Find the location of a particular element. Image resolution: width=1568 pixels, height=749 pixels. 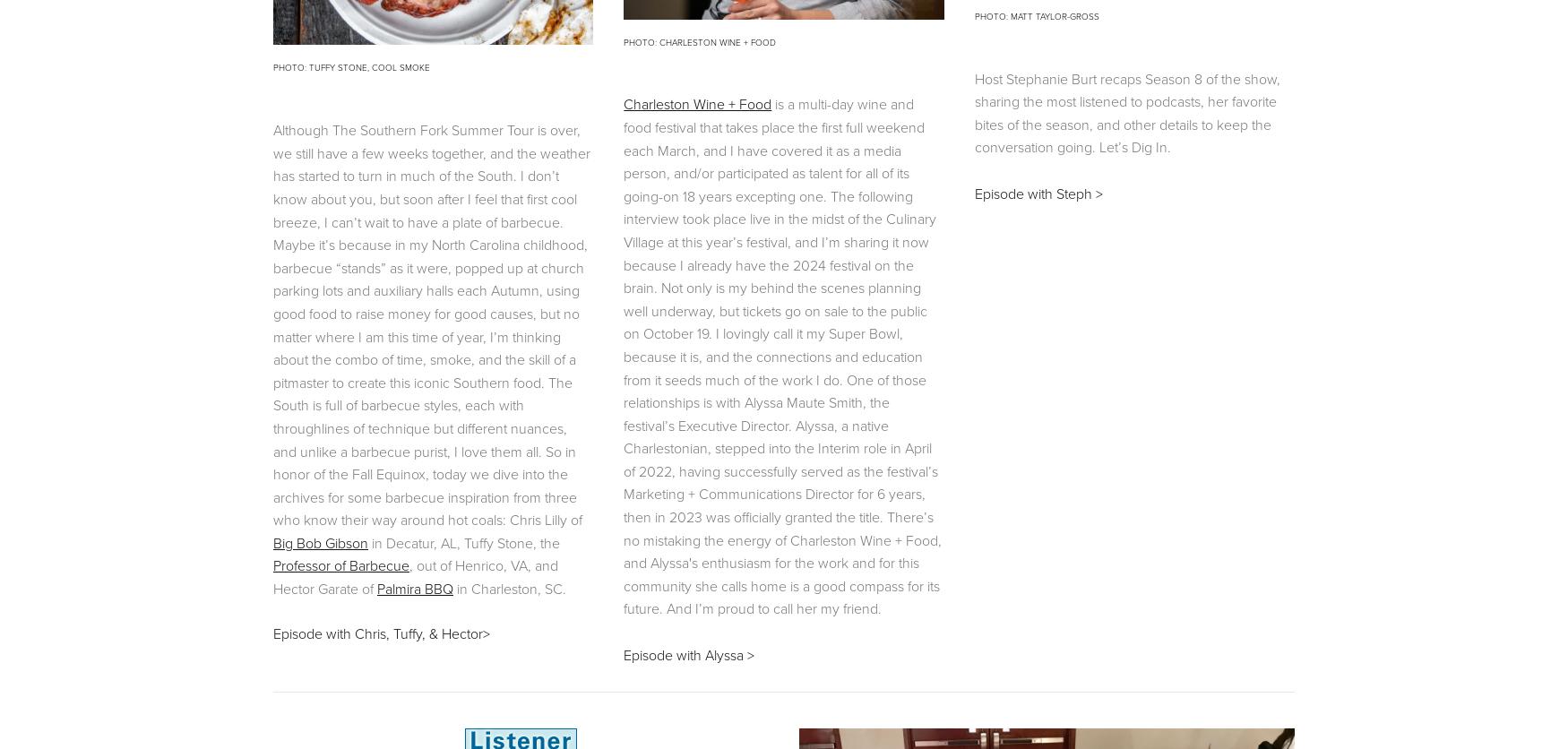

'Episode with Alyssa >' is located at coordinates (687, 654).